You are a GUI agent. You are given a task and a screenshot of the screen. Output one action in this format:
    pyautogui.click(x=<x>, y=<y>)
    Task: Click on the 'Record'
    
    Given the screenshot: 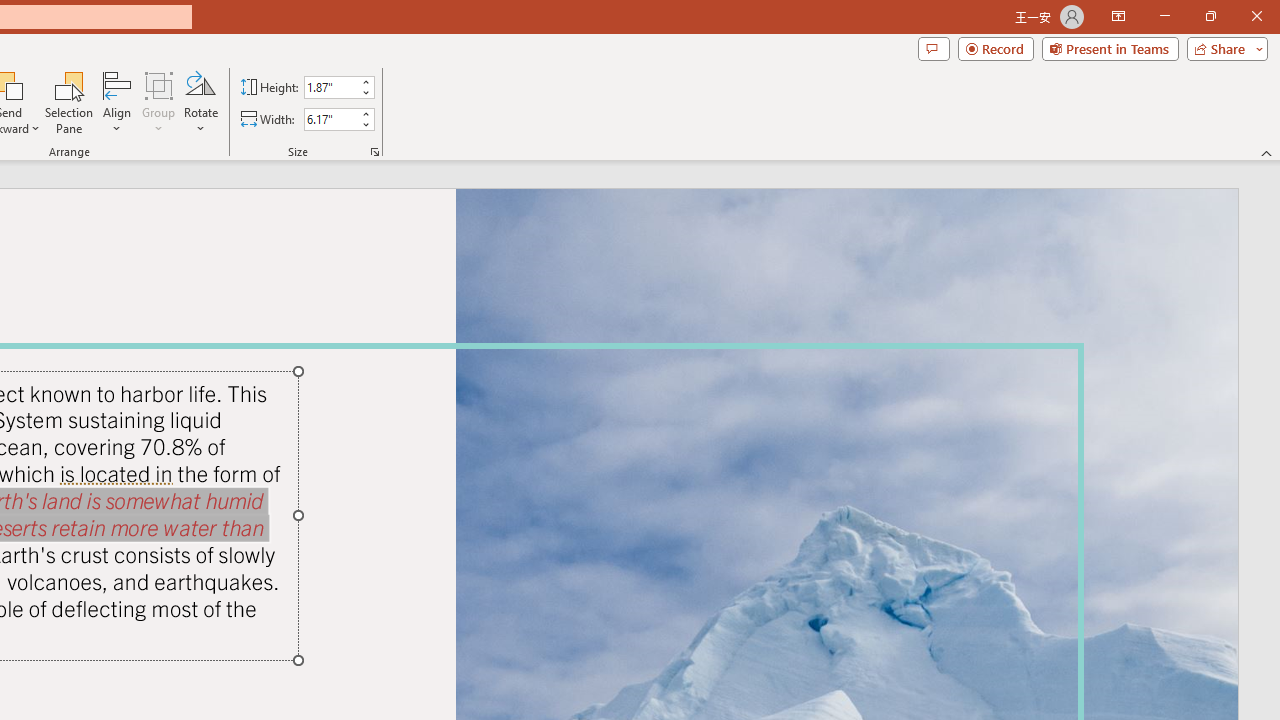 What is the action you would take?
    pyautogui.click(x=995, y=47)
    